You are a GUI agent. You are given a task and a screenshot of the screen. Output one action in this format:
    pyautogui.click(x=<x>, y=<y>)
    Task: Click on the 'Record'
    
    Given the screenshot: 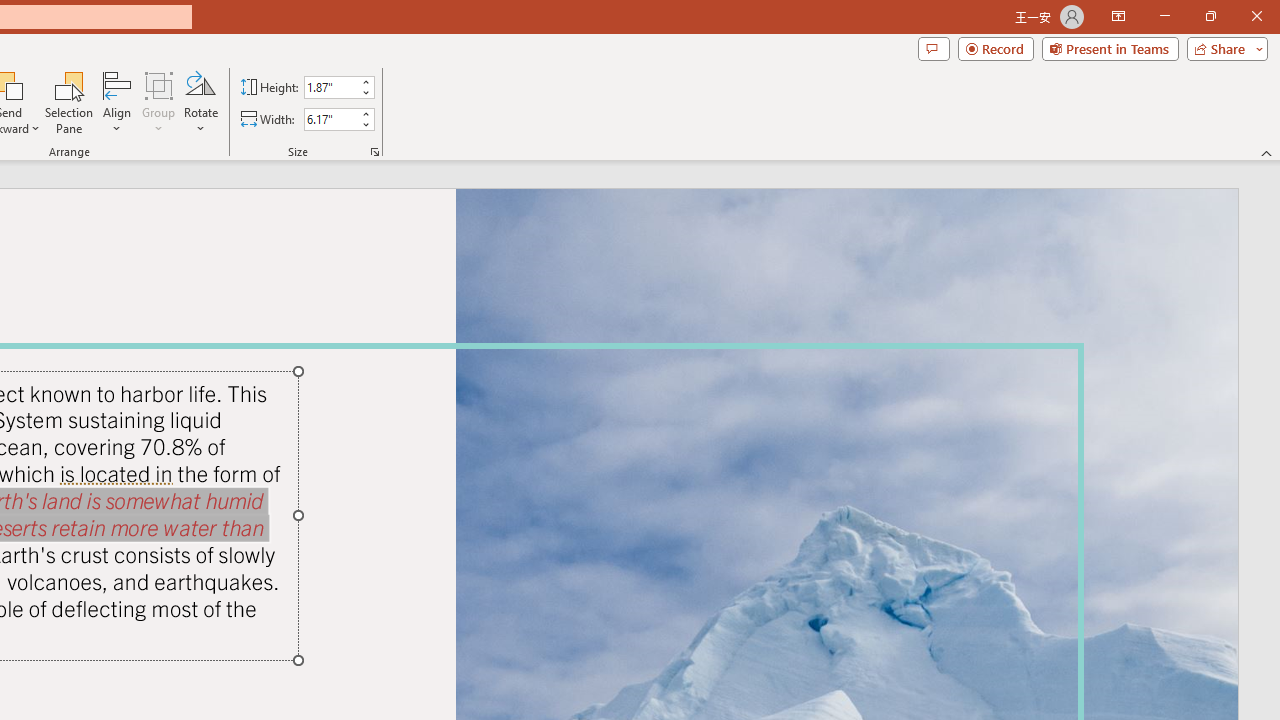 What is the action you would take?
    pyautogui.click(x=995, y=47)
    